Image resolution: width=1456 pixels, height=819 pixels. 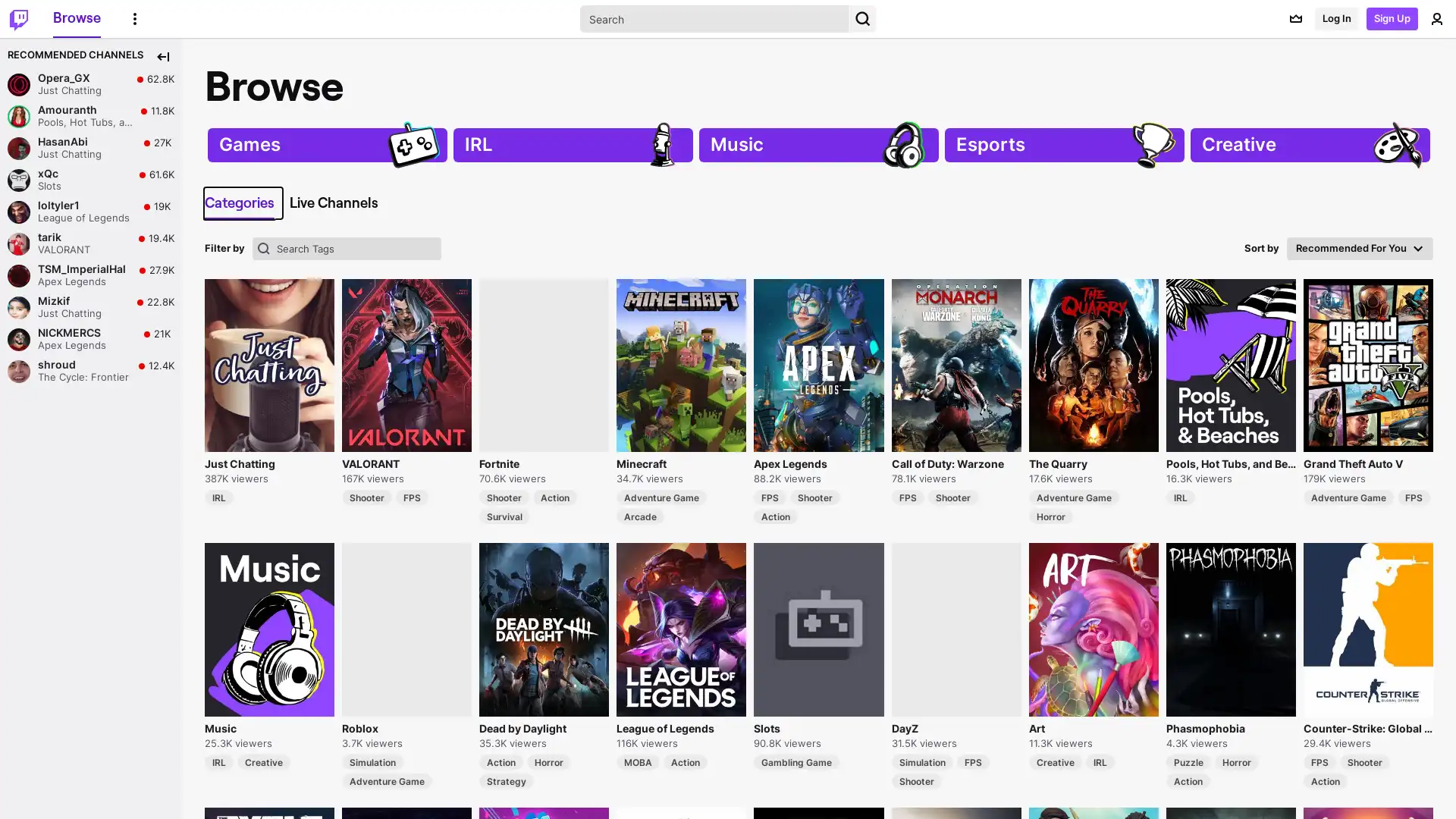 What do you see at coordinates (264, 762) in the screenshot?
I see `Creative` at bounding box center [264, 762].